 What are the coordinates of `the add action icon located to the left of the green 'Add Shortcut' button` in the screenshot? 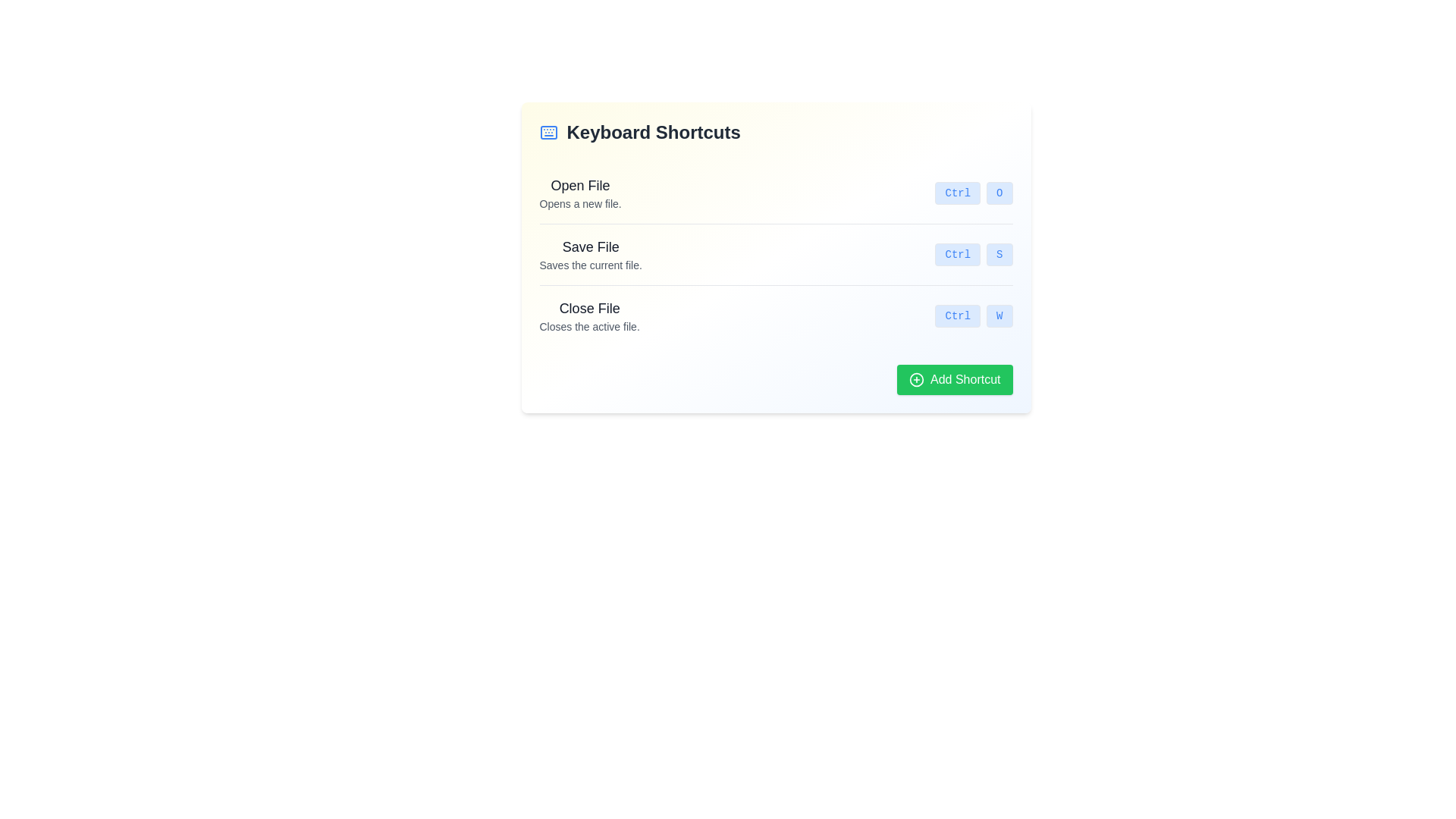 It's located at (916, 379).